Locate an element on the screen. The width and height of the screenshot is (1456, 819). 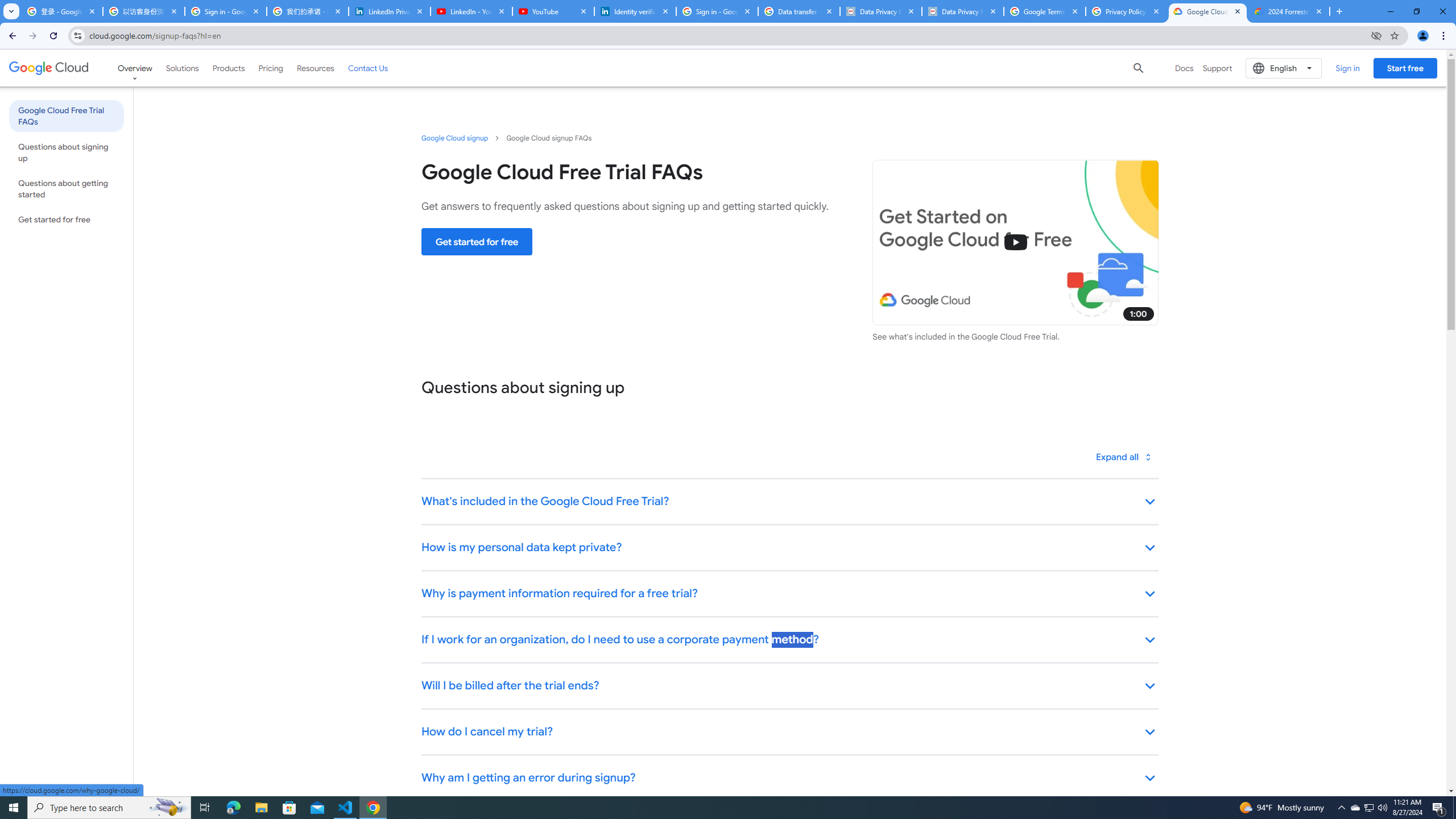
'Support' is located at coordinates (1217, 67).